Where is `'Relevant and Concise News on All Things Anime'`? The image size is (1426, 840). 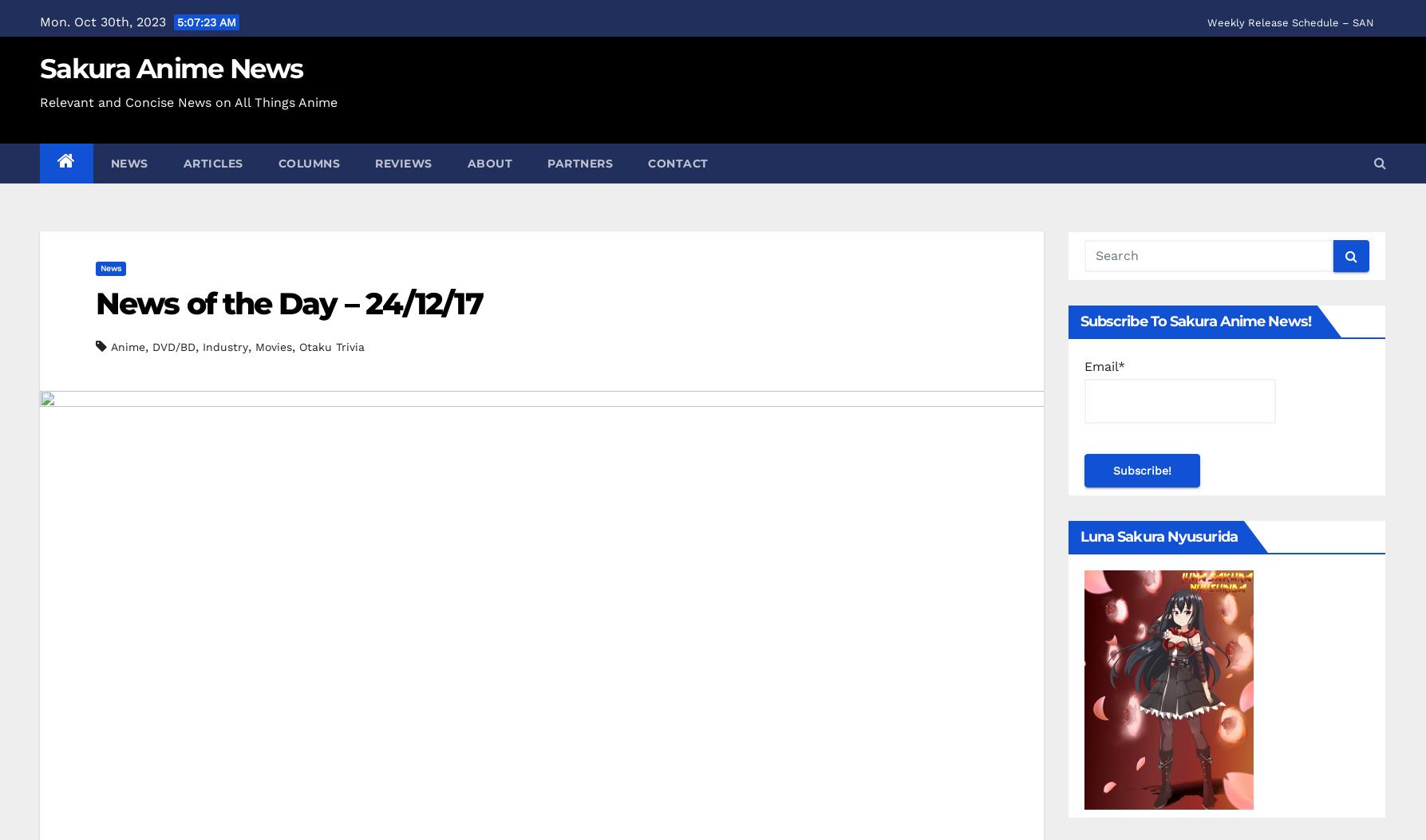 'Relevant and Concise News on All Things Anime' is located at coordinates (188, 102).